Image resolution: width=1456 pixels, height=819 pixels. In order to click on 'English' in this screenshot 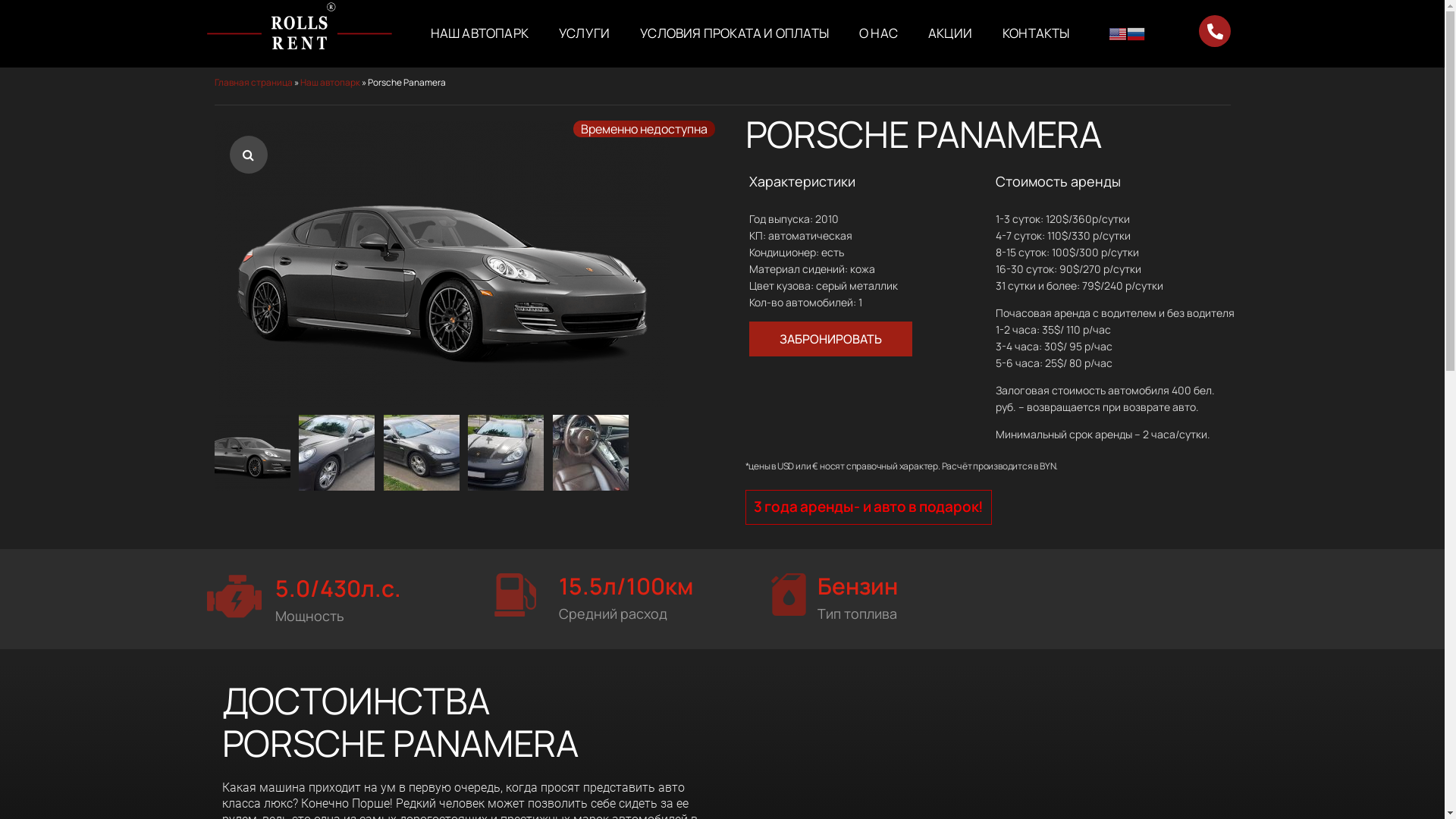, I will do `click(1117, 33)`.